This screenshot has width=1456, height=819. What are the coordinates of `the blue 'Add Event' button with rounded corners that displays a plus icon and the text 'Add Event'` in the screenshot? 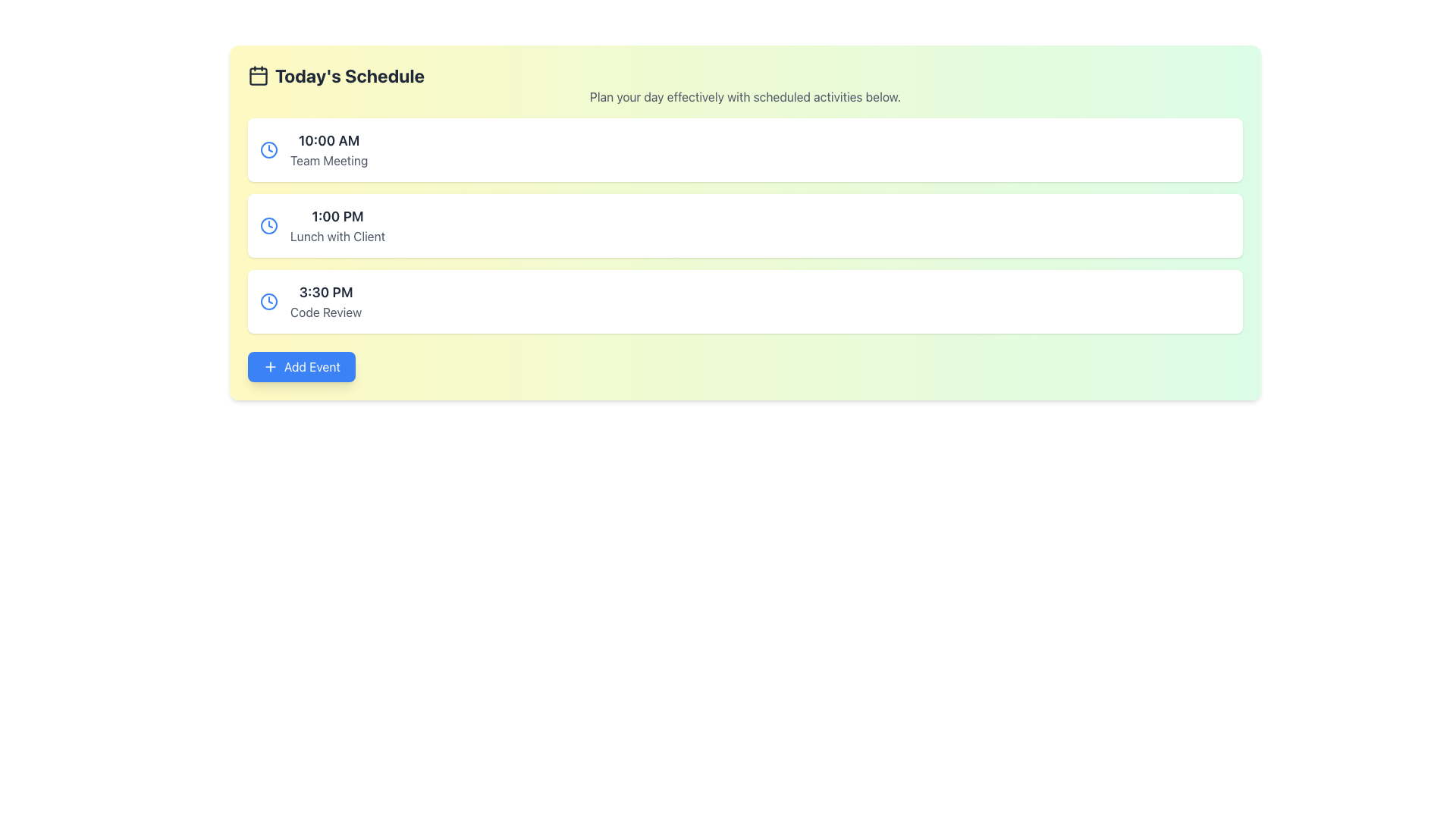 It's located at (302, 366).